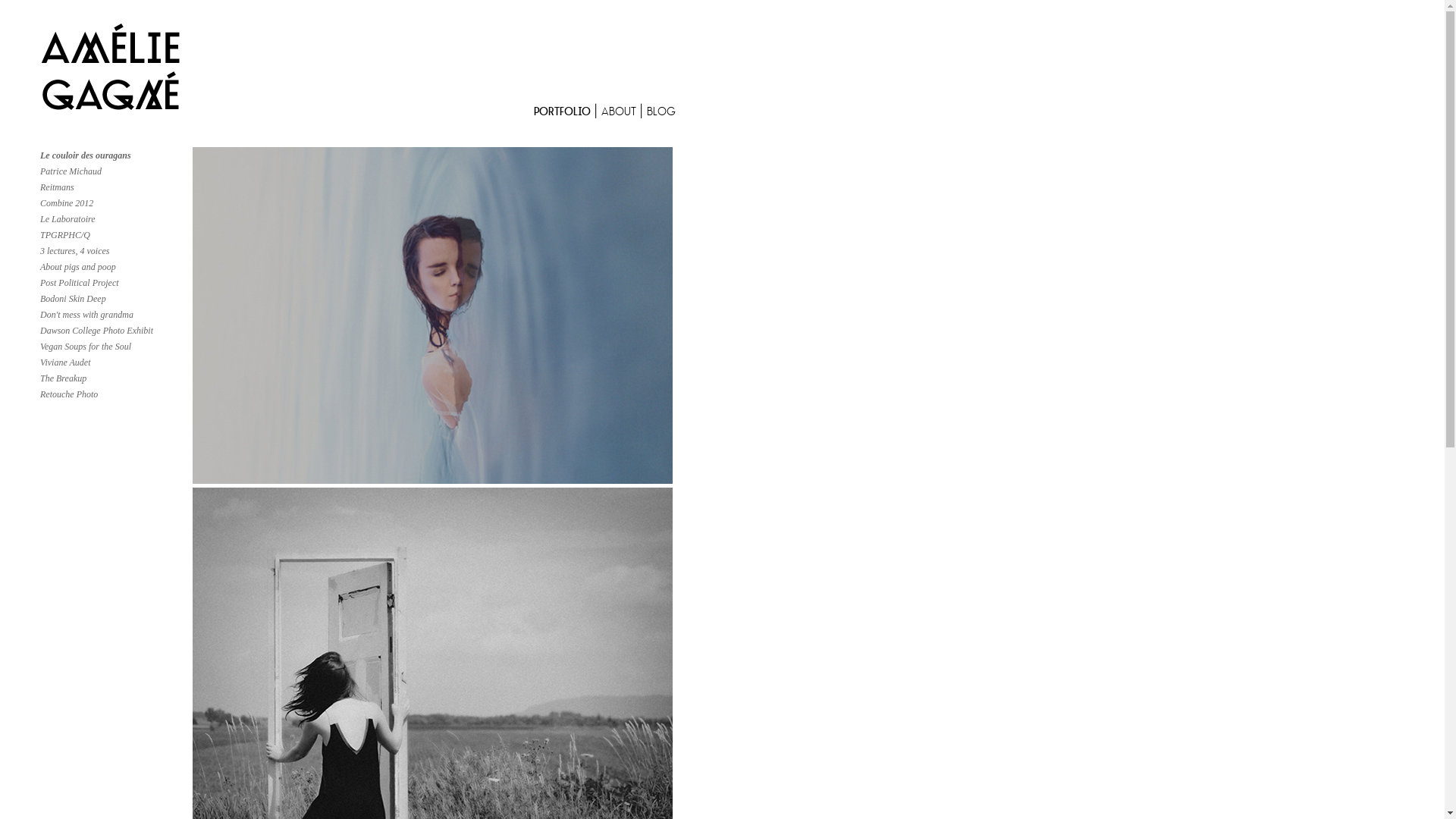 The image size is (1456, 819). I want to click on 'Combine 2012', so click(39, 202).